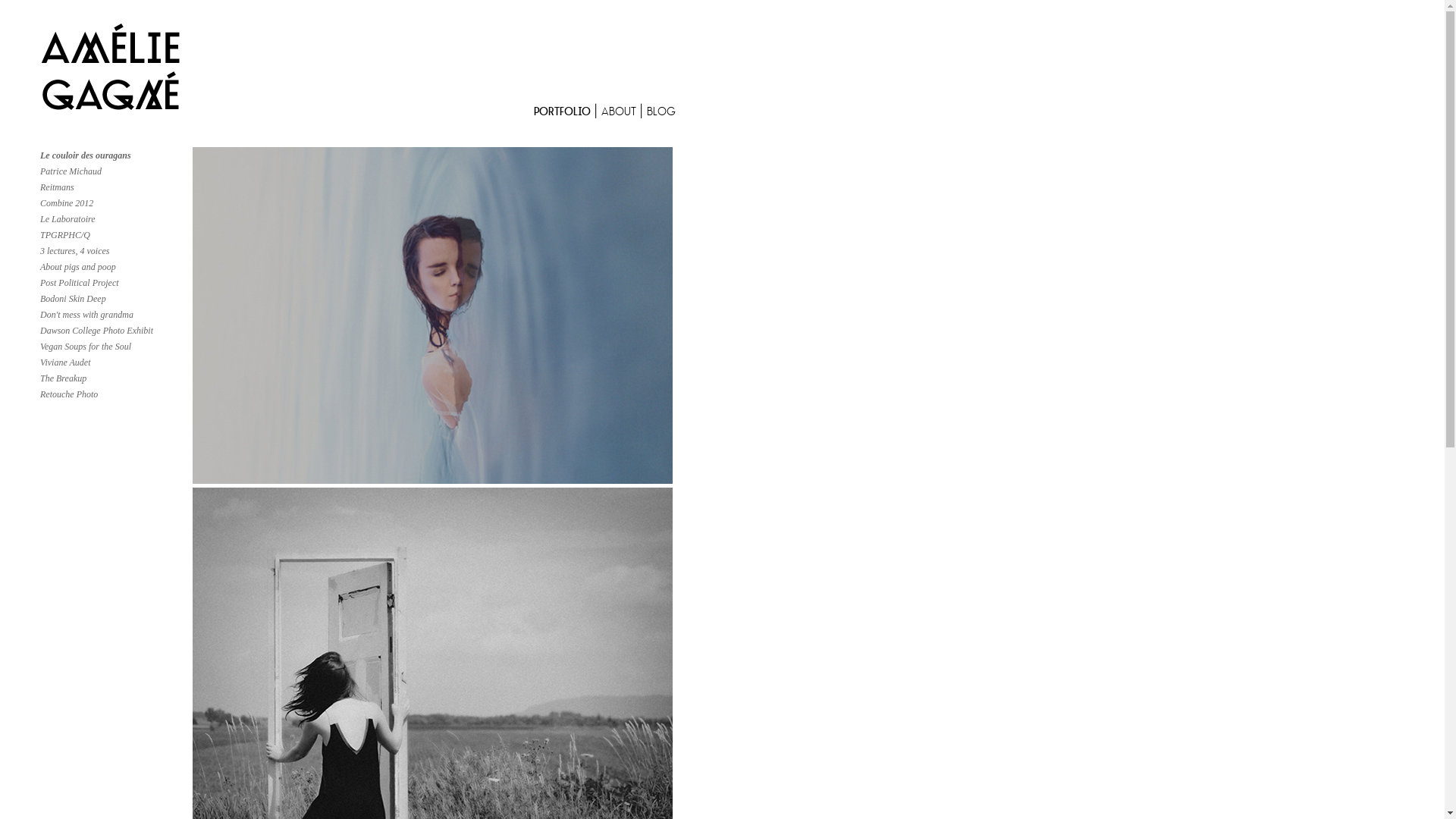 The image size is (1456, 819). I want to click on 'Combine 2012', so click(39, 202).